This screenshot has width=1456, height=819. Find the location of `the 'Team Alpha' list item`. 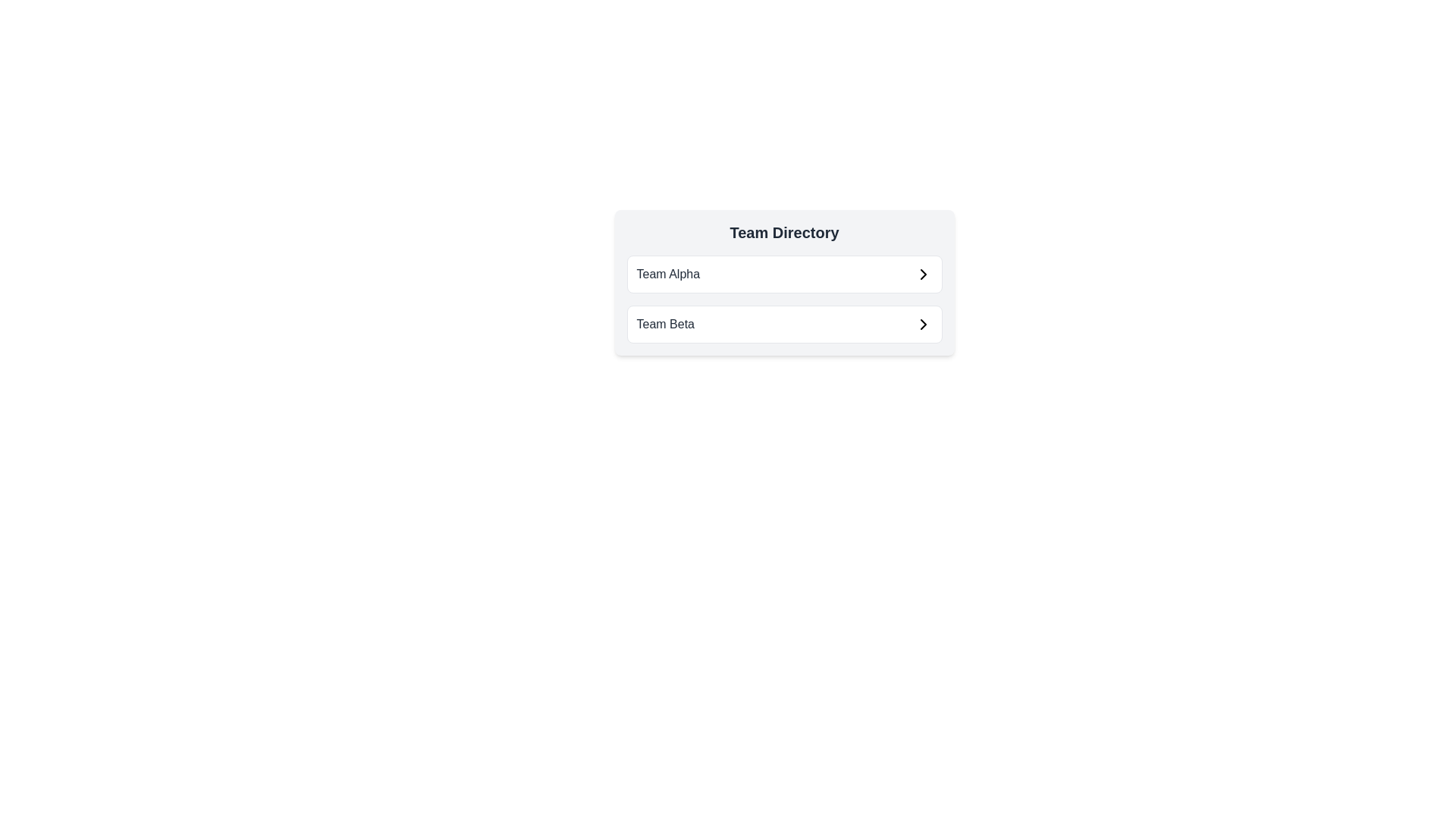

the 'Team Alpha' list item is located at coordinates (784, 275).